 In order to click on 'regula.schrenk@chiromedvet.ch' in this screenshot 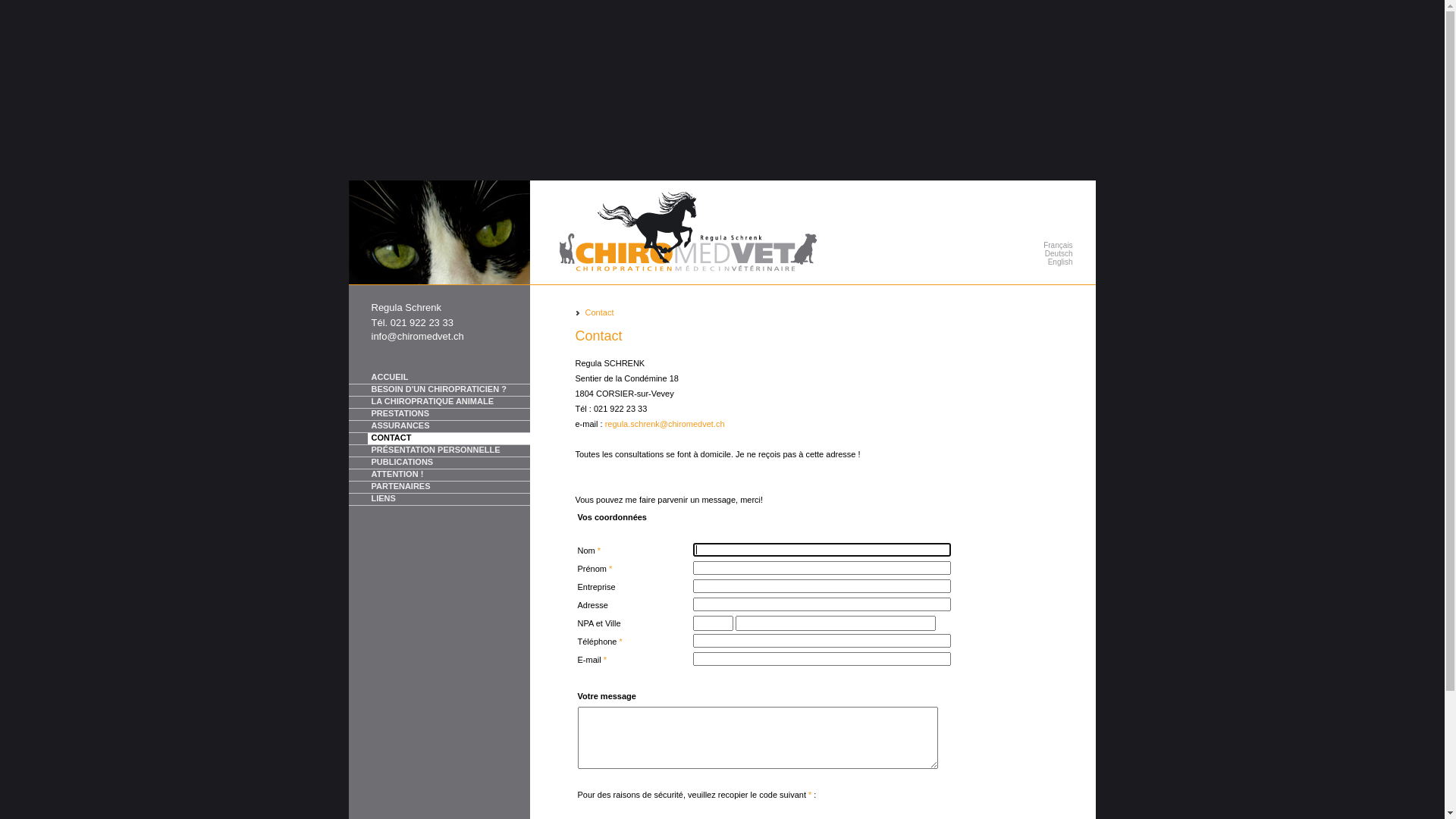, I will do `click(604, 424)`.